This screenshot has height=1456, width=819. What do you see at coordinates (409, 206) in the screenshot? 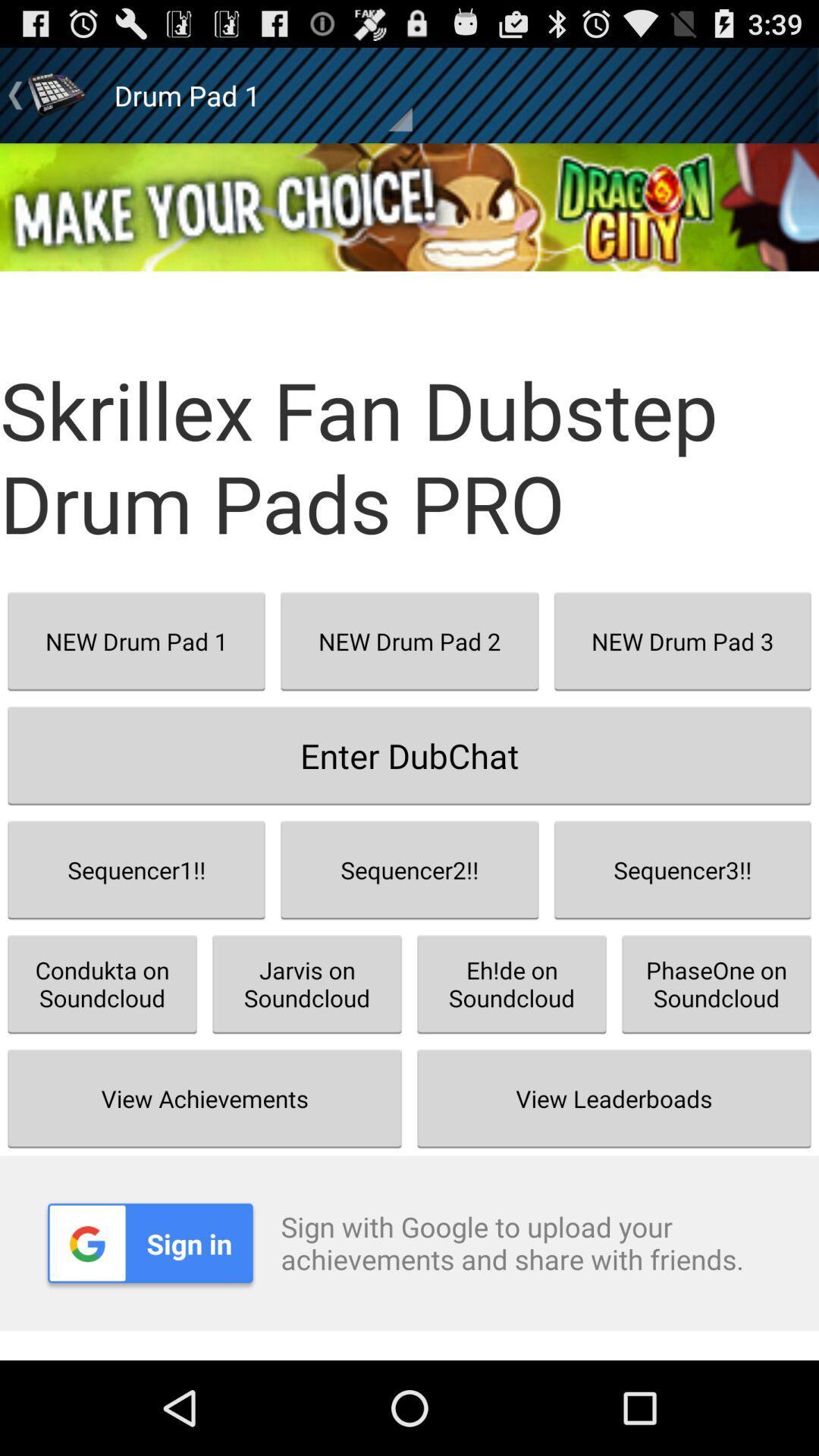
I see `tap to view` at bounding box center [409, 206].